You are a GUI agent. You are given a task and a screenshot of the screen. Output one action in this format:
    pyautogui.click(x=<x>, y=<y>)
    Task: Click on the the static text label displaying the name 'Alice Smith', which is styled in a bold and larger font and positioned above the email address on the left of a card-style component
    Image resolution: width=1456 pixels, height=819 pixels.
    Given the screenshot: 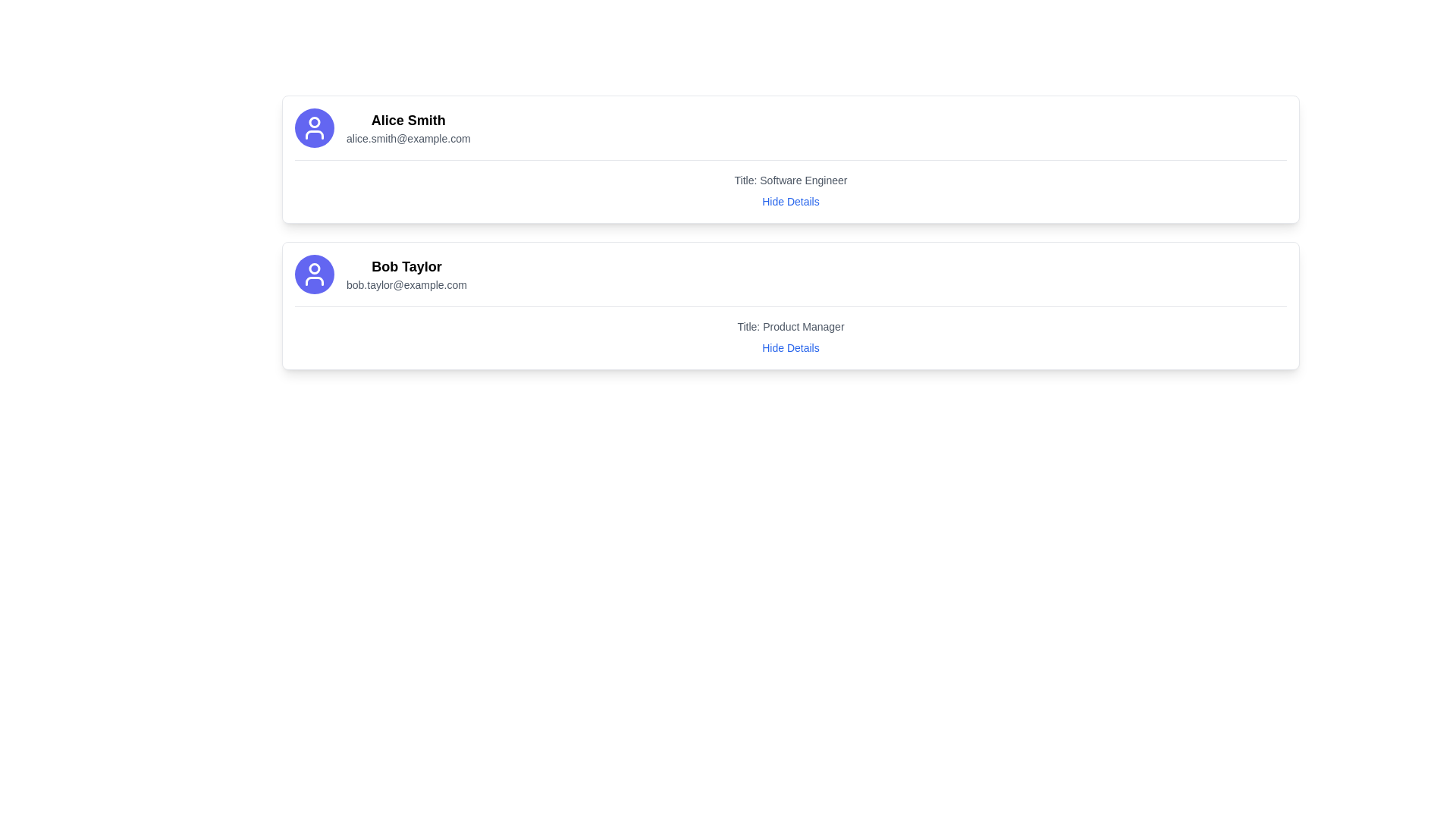 What is the action you would take?
    pyautogui.click(x=408, y=119)
    